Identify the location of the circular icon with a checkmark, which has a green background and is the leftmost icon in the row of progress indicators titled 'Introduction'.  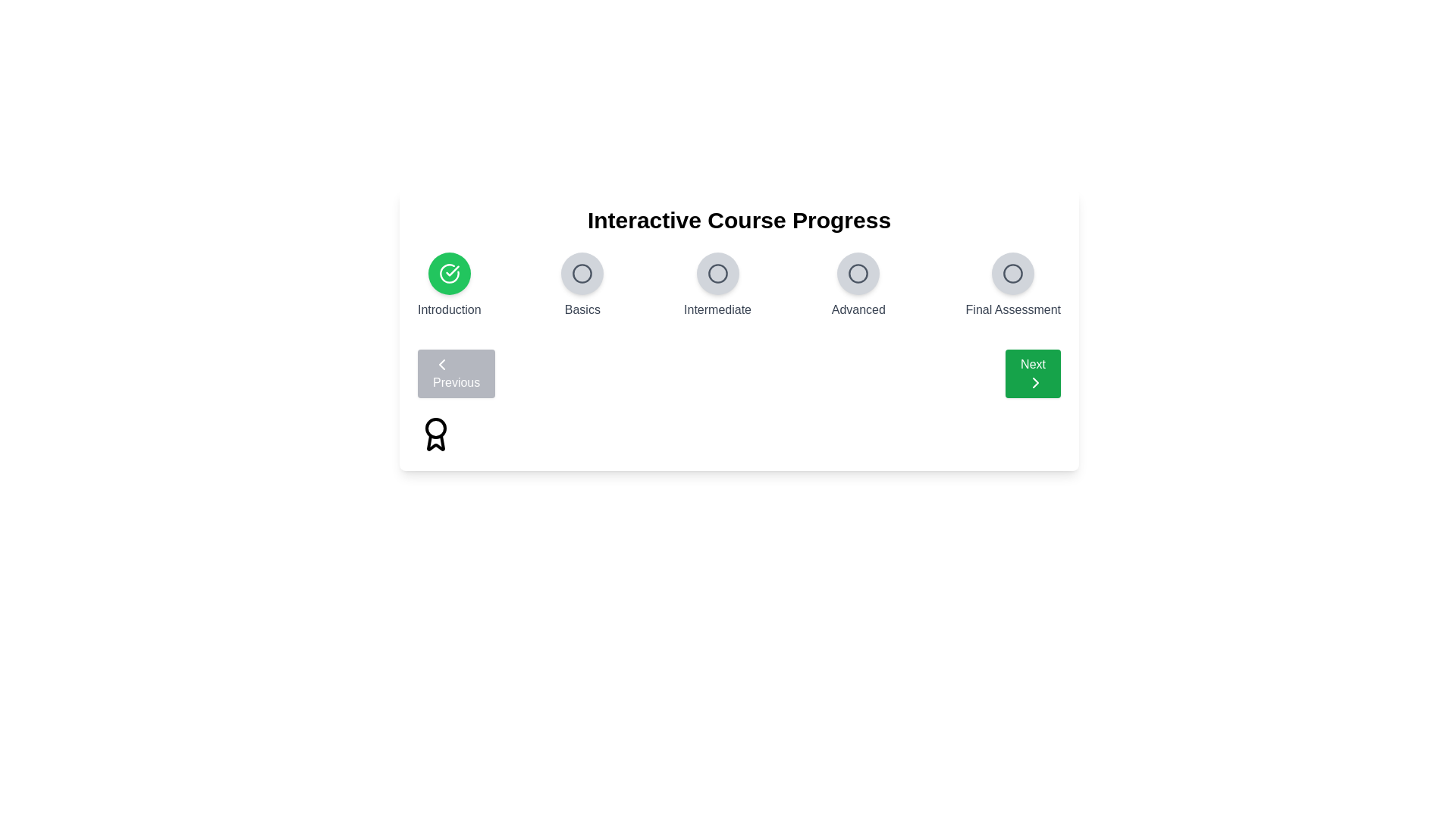
(448, 274).